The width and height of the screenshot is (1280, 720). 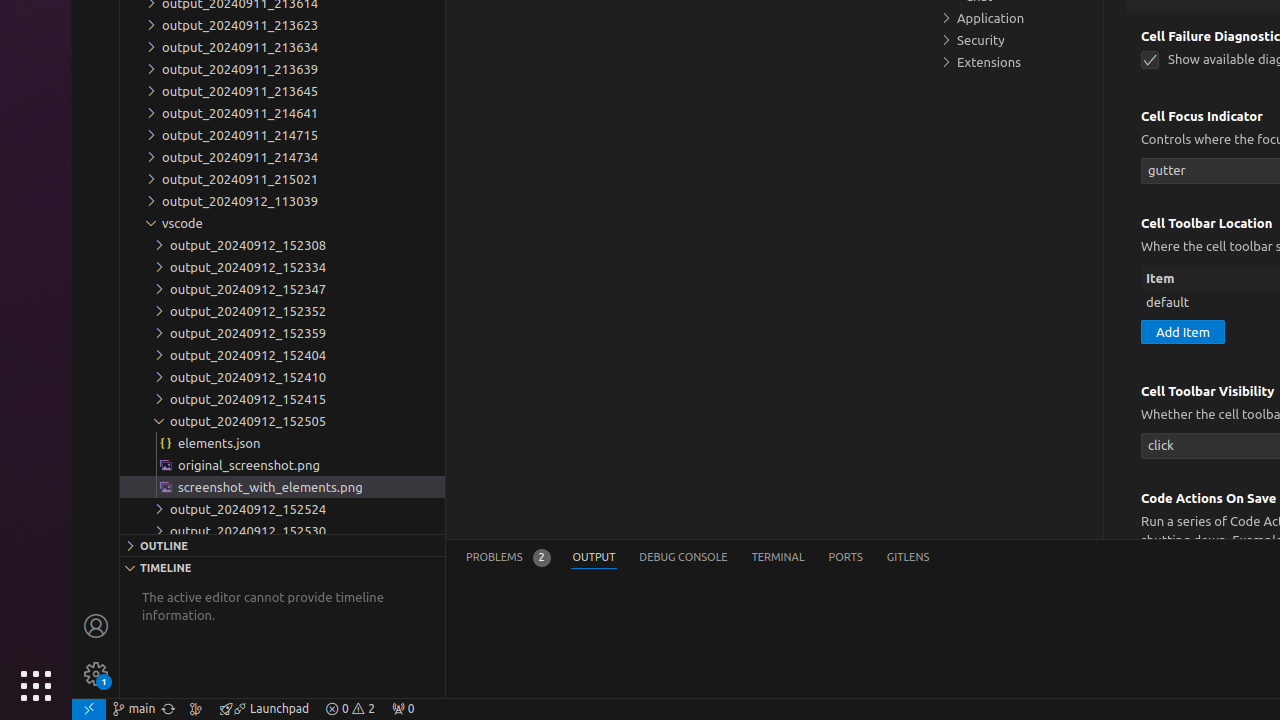 What do you see at coordinates (281, 399) in the screenshot?
I see `'output_20240912_152415'` at bounding box center [281, 399].